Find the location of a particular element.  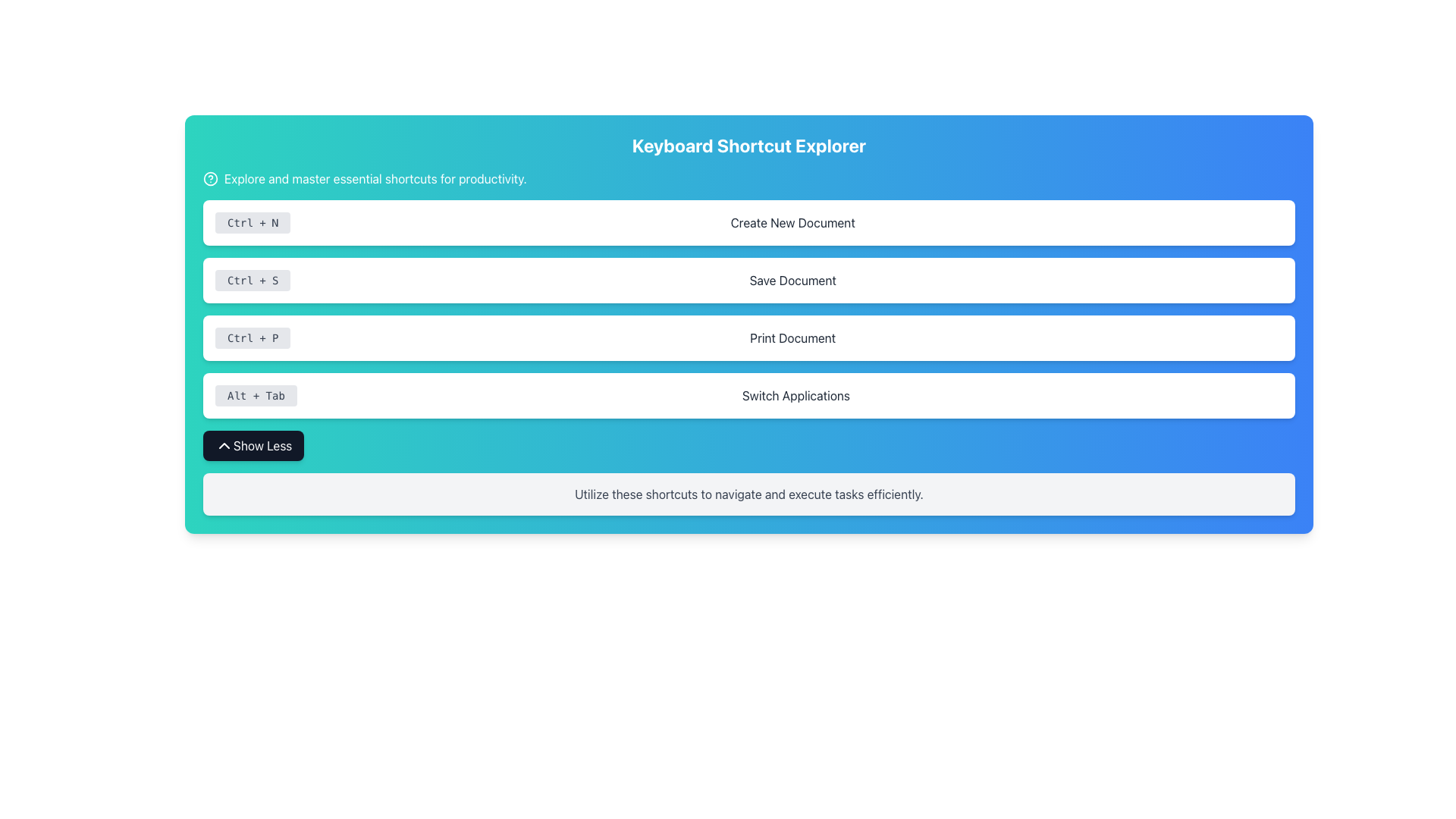

the keyboard shortcut text display for 'Ctrl + S', which is located in the second row of shortcut-key descriptions and to the left of 'Save Document' is located at coordinates (253, 281).